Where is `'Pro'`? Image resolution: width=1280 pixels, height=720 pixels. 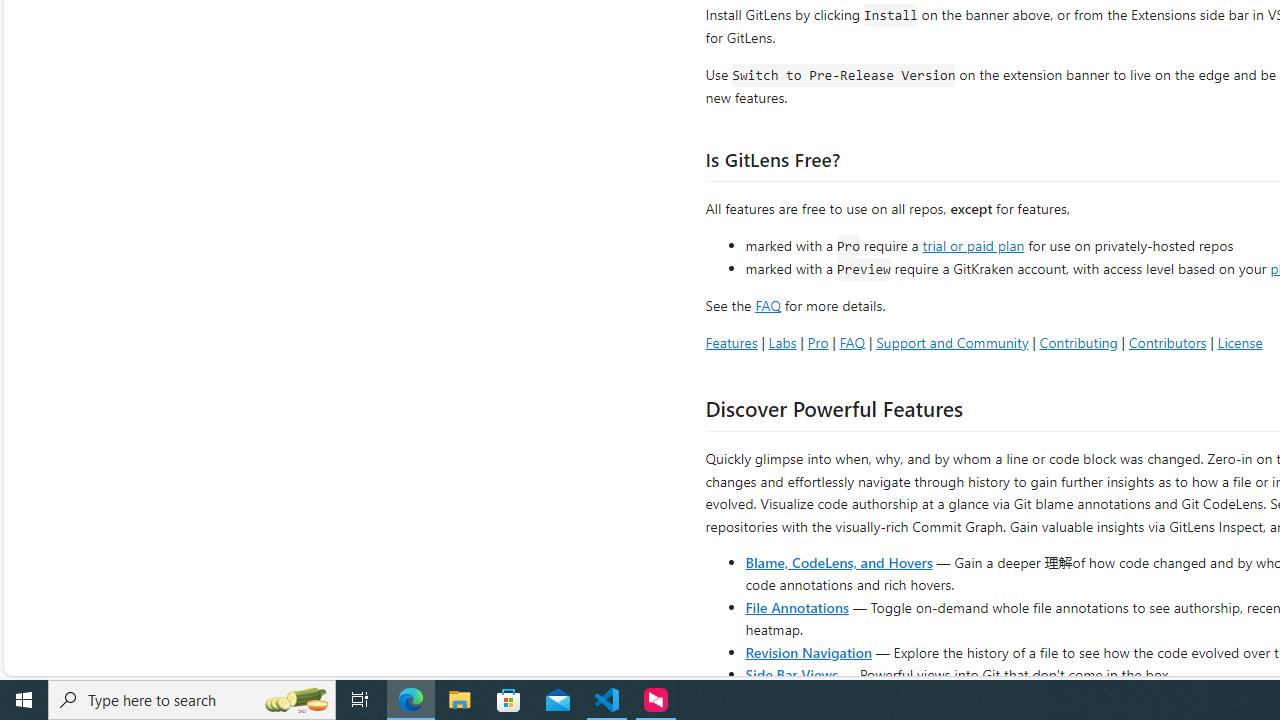 'Pro' is located at coordinates (817, 341).